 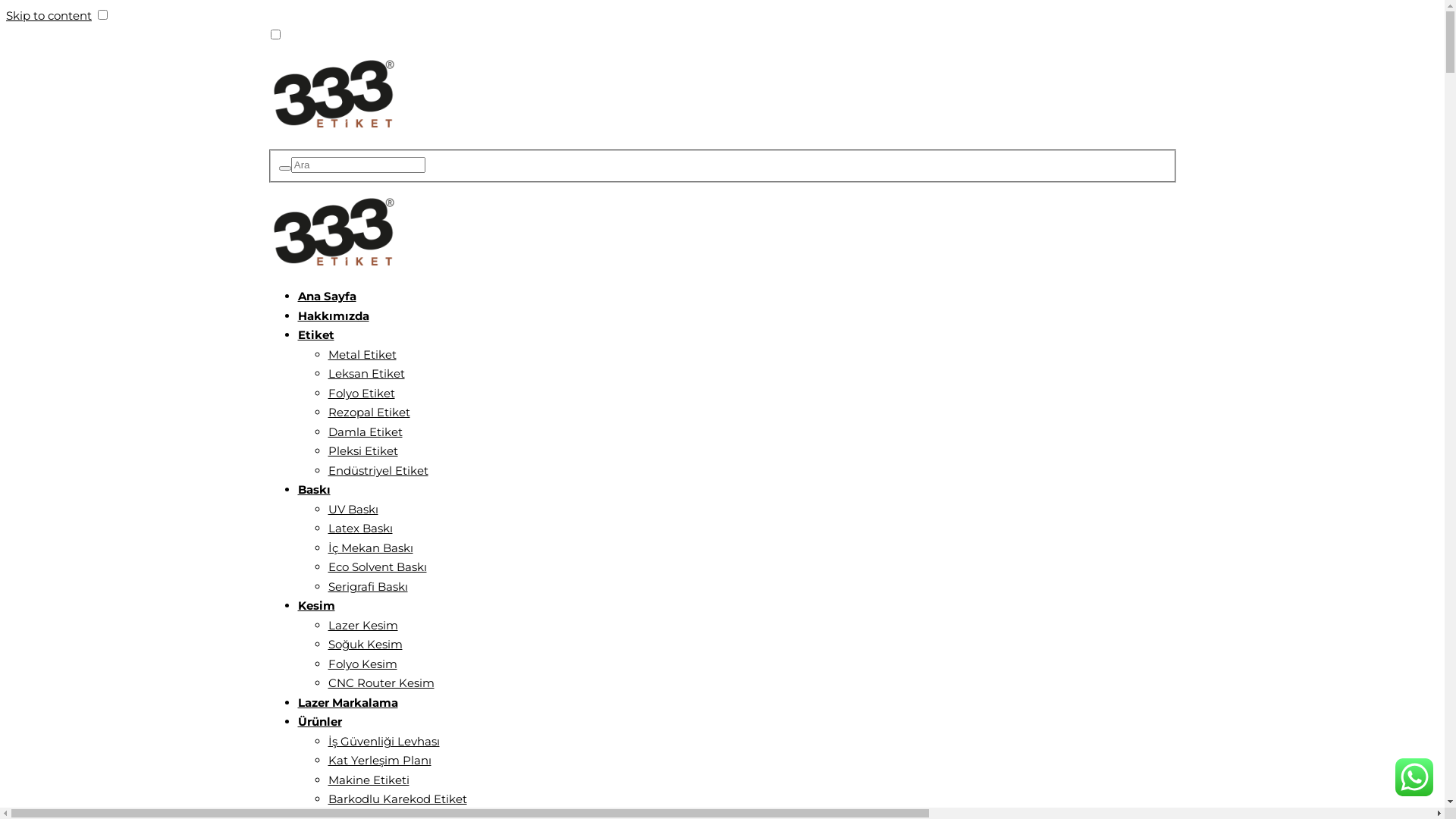 I want to click on 'Barkodlu Karekod Etiket', so click(x=327, y=798).